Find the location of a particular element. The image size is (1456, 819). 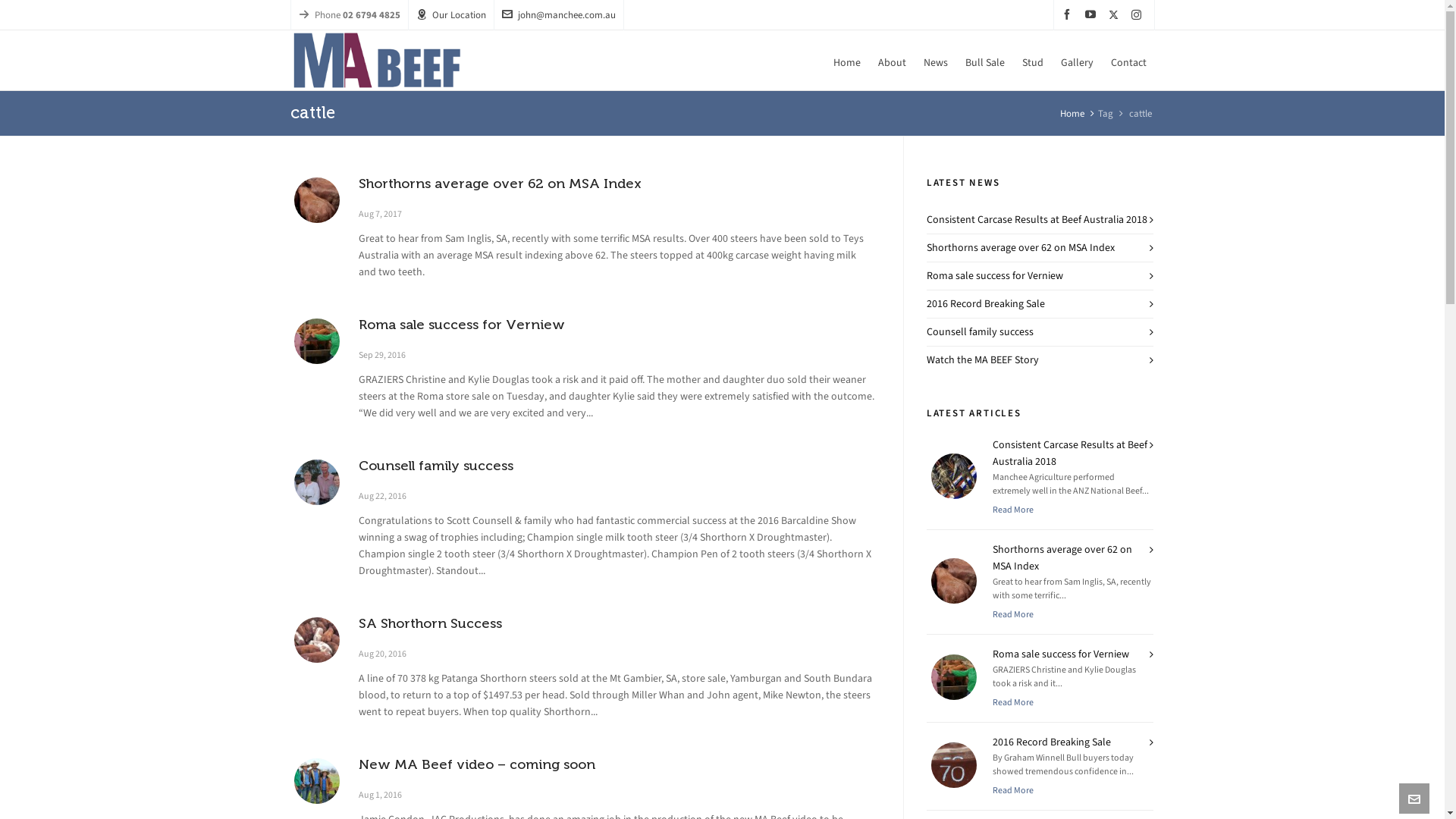

'john@manchee.com.au' is located at coordinates (558, 14).